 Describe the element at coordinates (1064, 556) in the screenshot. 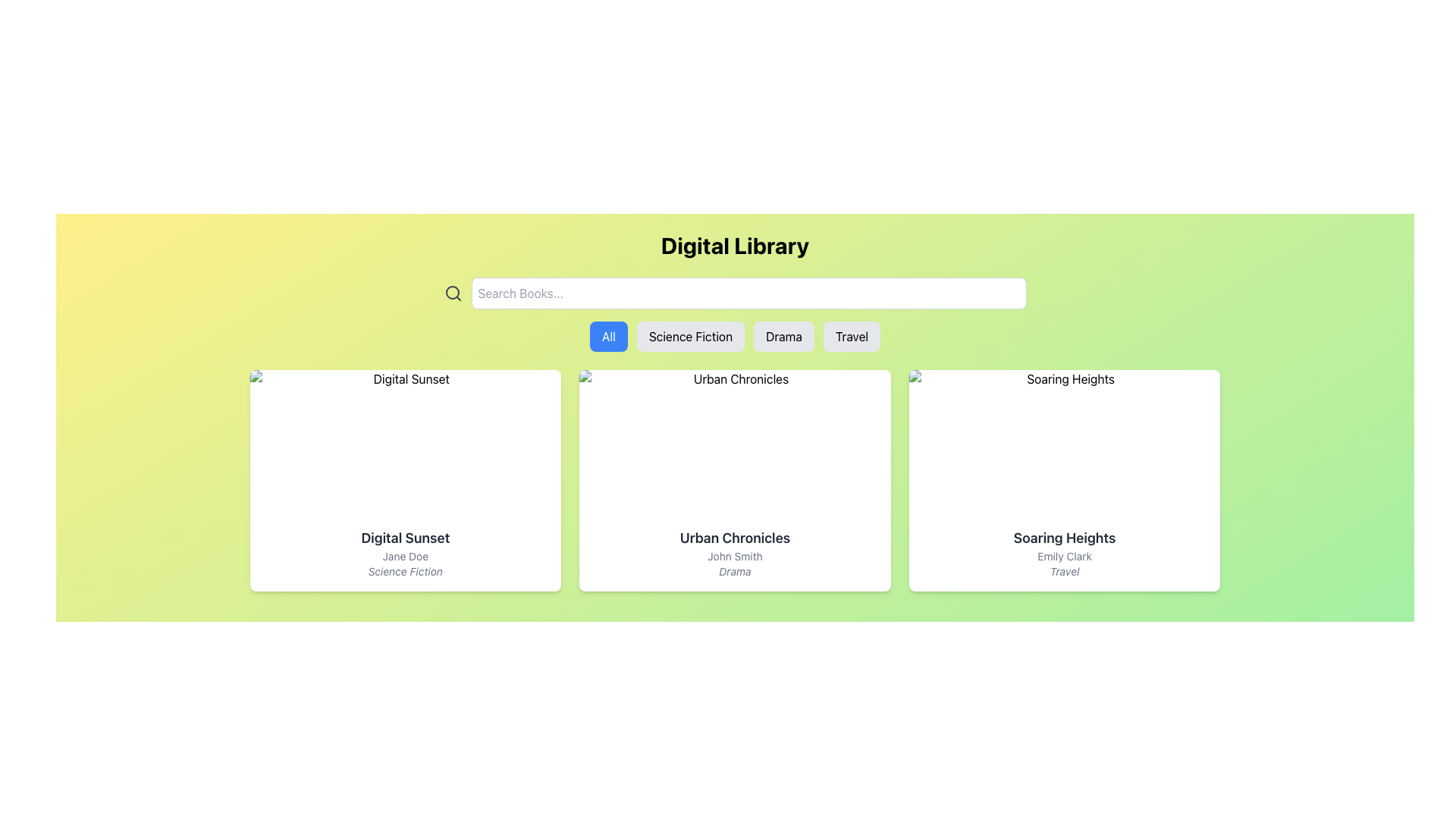

I see `text element displaying 'Emily Clark', which is styled in gray and located between the title 'Soaring Heights' and the description 'Travel'` at that location.